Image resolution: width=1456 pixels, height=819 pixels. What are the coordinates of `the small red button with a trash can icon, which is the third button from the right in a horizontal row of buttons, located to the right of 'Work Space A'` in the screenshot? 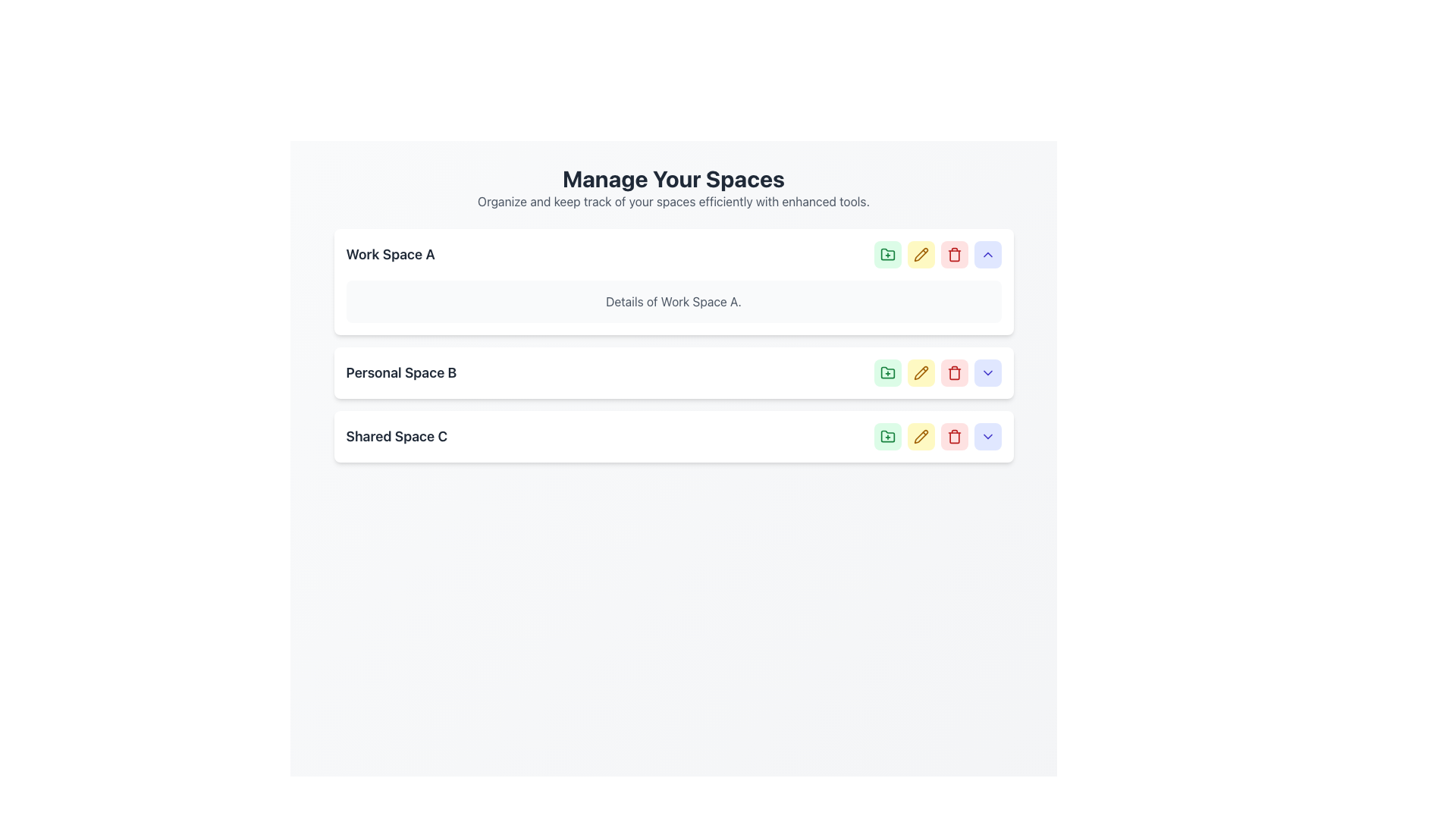 It's located at (953, 373).